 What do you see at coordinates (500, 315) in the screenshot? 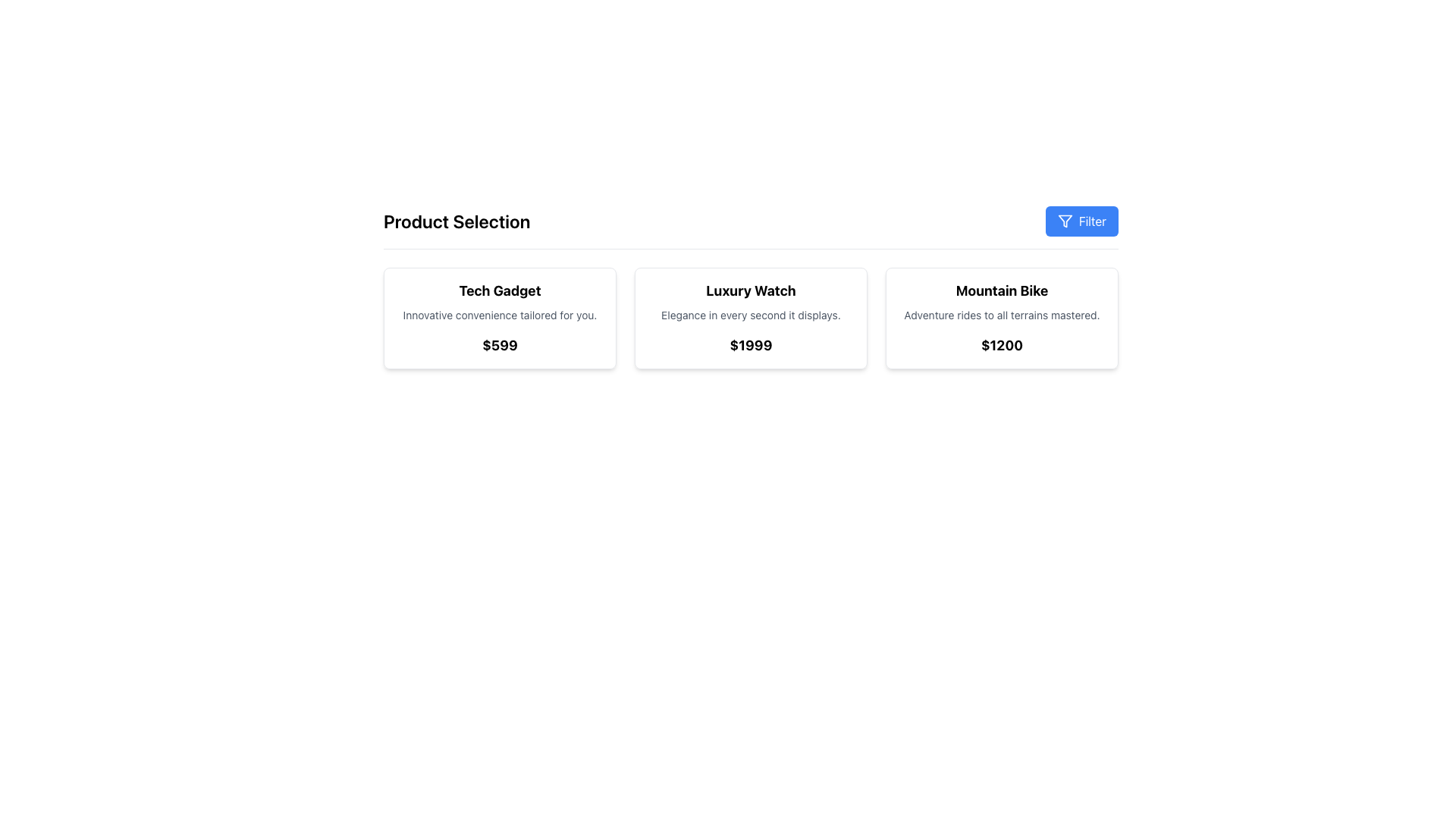
I see `the text block displaying 'Innovative convenience tailored for you.' located beneath the title 'Tech Gadget' and above the price '$599' in the leftmost product card` at bounding box center [500, 315].